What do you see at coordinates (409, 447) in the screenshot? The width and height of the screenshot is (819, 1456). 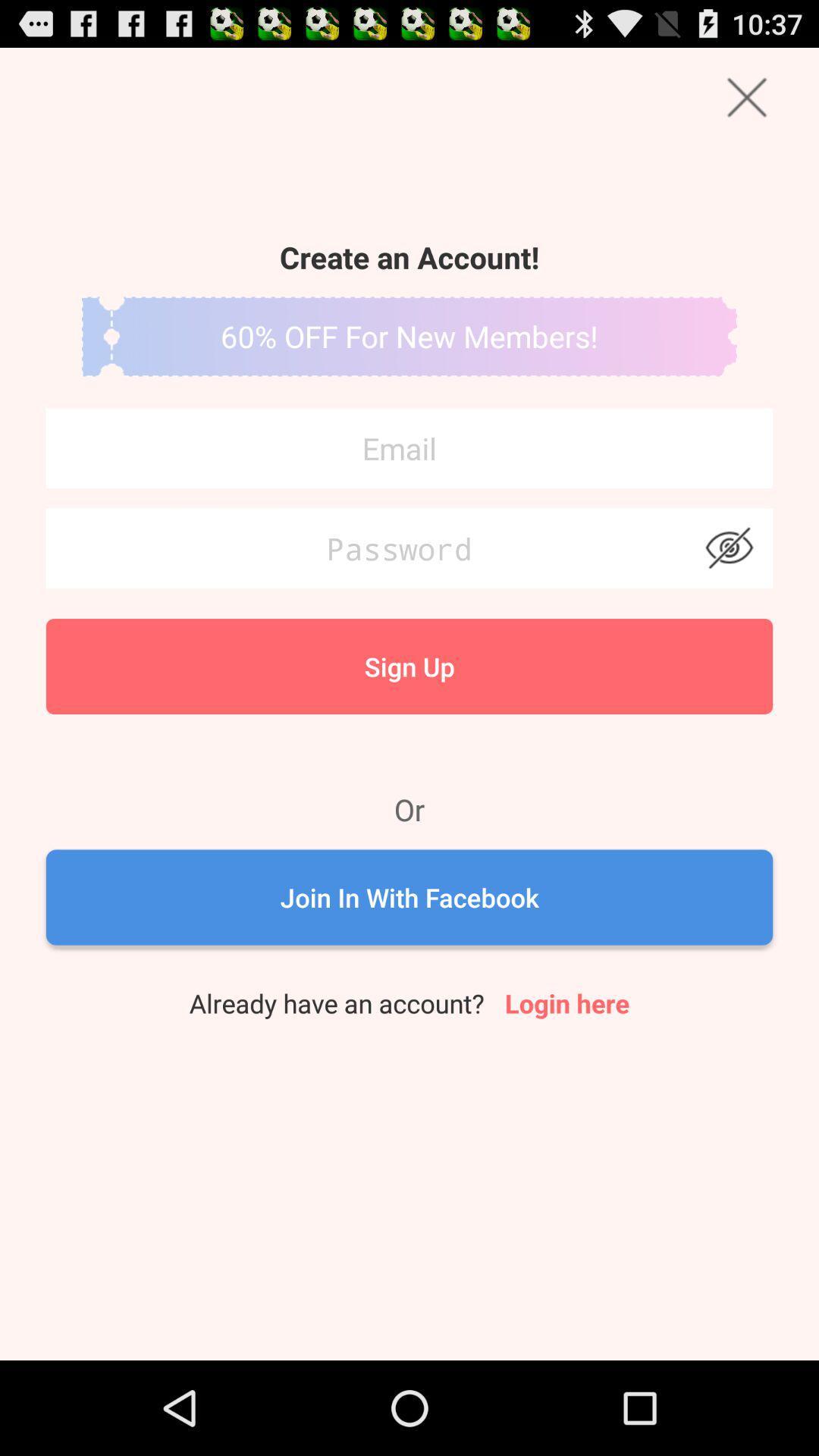 I see `type your email` at bounding box center [409, 447].